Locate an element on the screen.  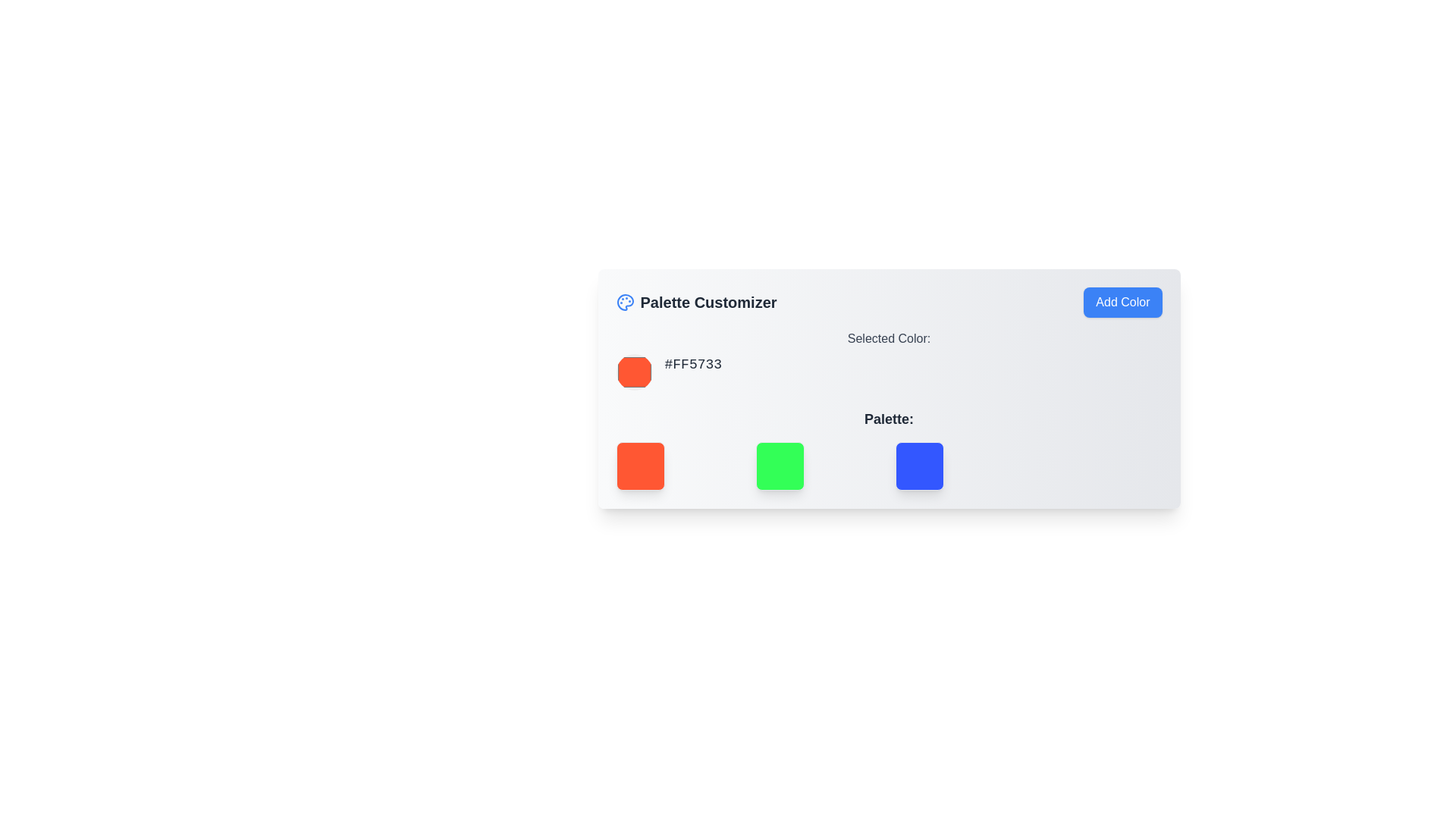
the third square in the grid layout, which is a solid blue color with rounded corners is located at coordinates (958, 465).